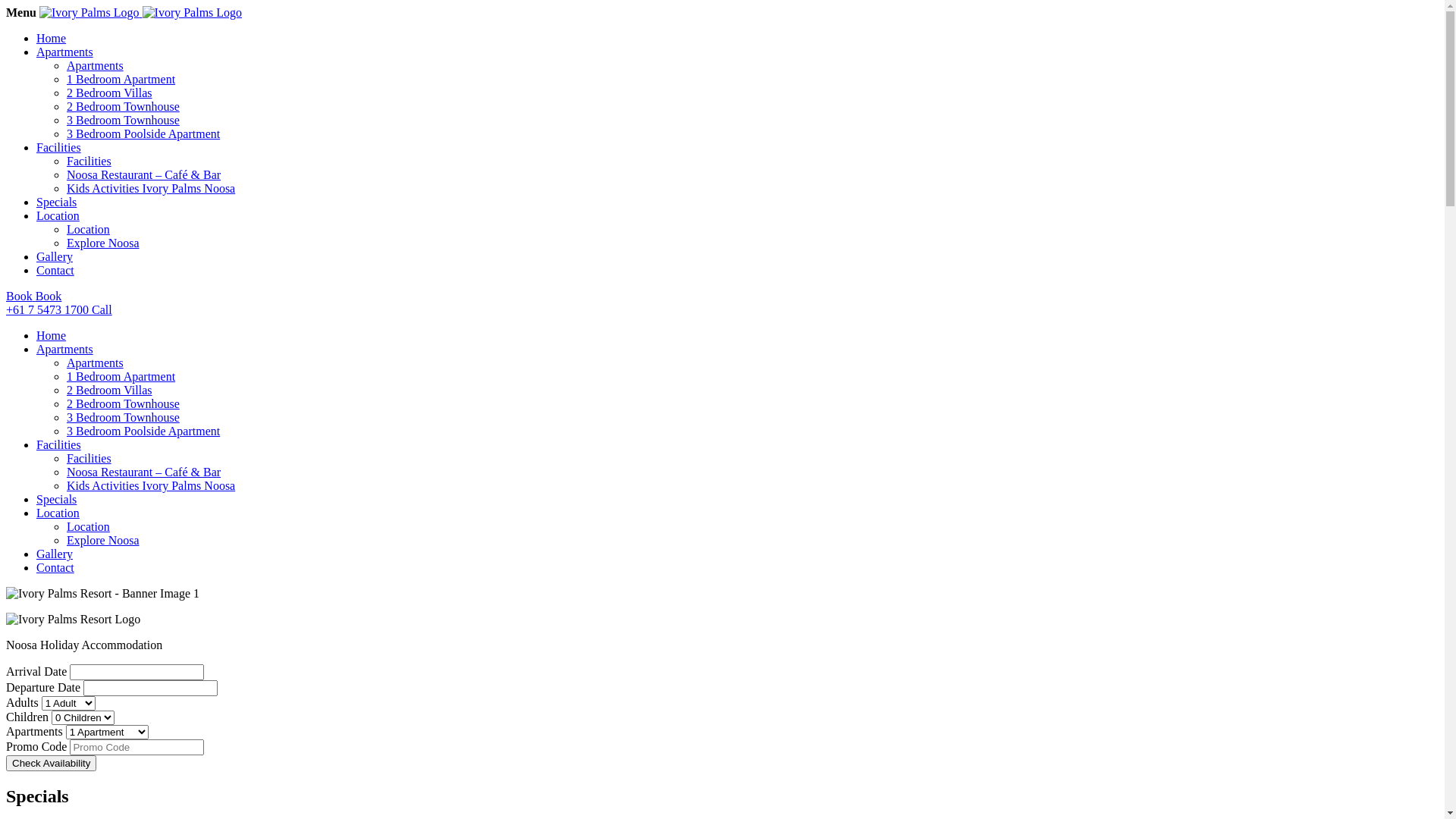 The width and height of the screenshot is (1456, 819). What do you see at coordinates (51, 763) in the screenshot?
I see `'Check Availability'` at bounding box center [51, 763].